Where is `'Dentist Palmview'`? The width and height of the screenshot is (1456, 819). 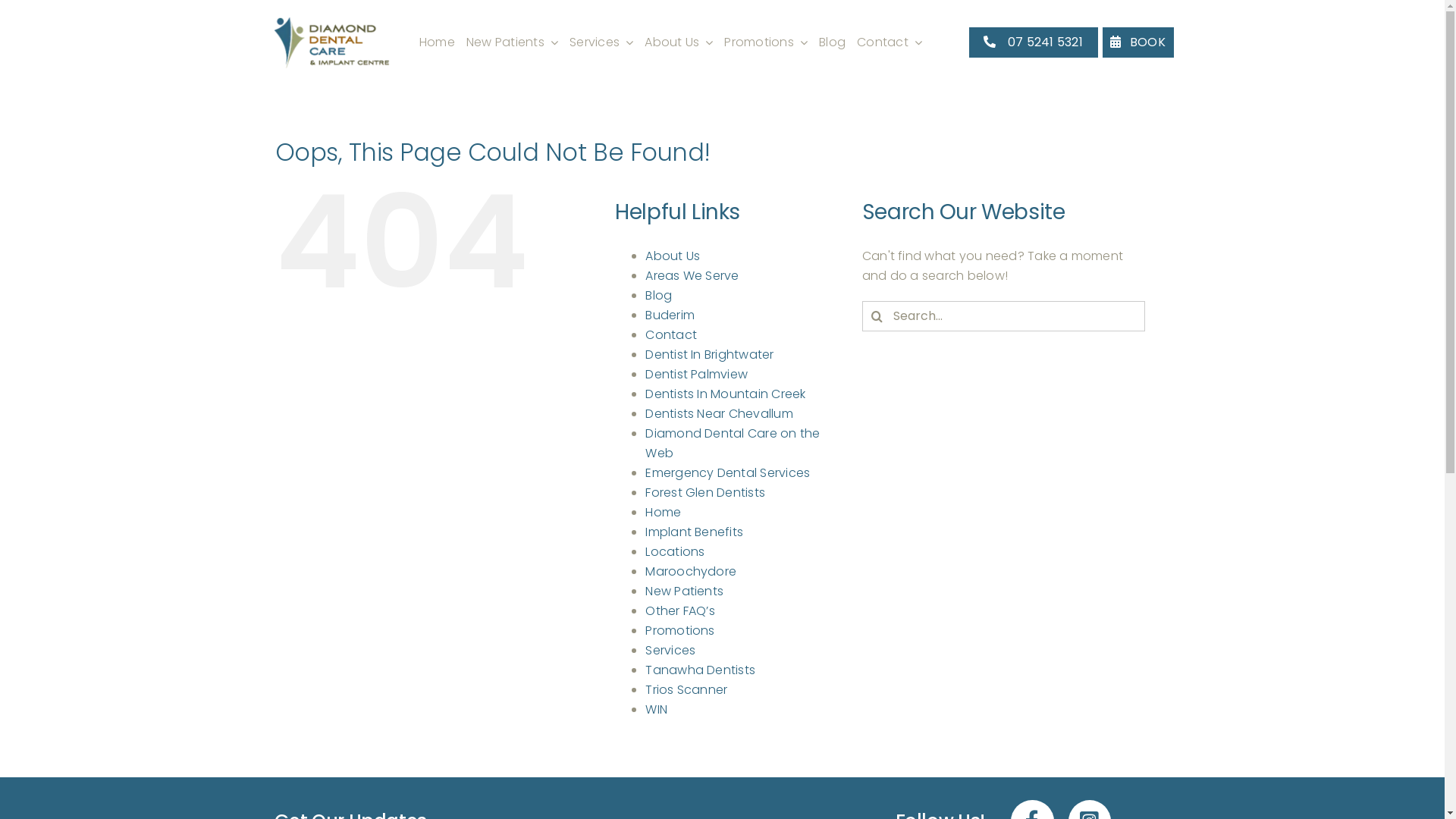
'Dentist Palmview' is located at coordinates (645, 374).